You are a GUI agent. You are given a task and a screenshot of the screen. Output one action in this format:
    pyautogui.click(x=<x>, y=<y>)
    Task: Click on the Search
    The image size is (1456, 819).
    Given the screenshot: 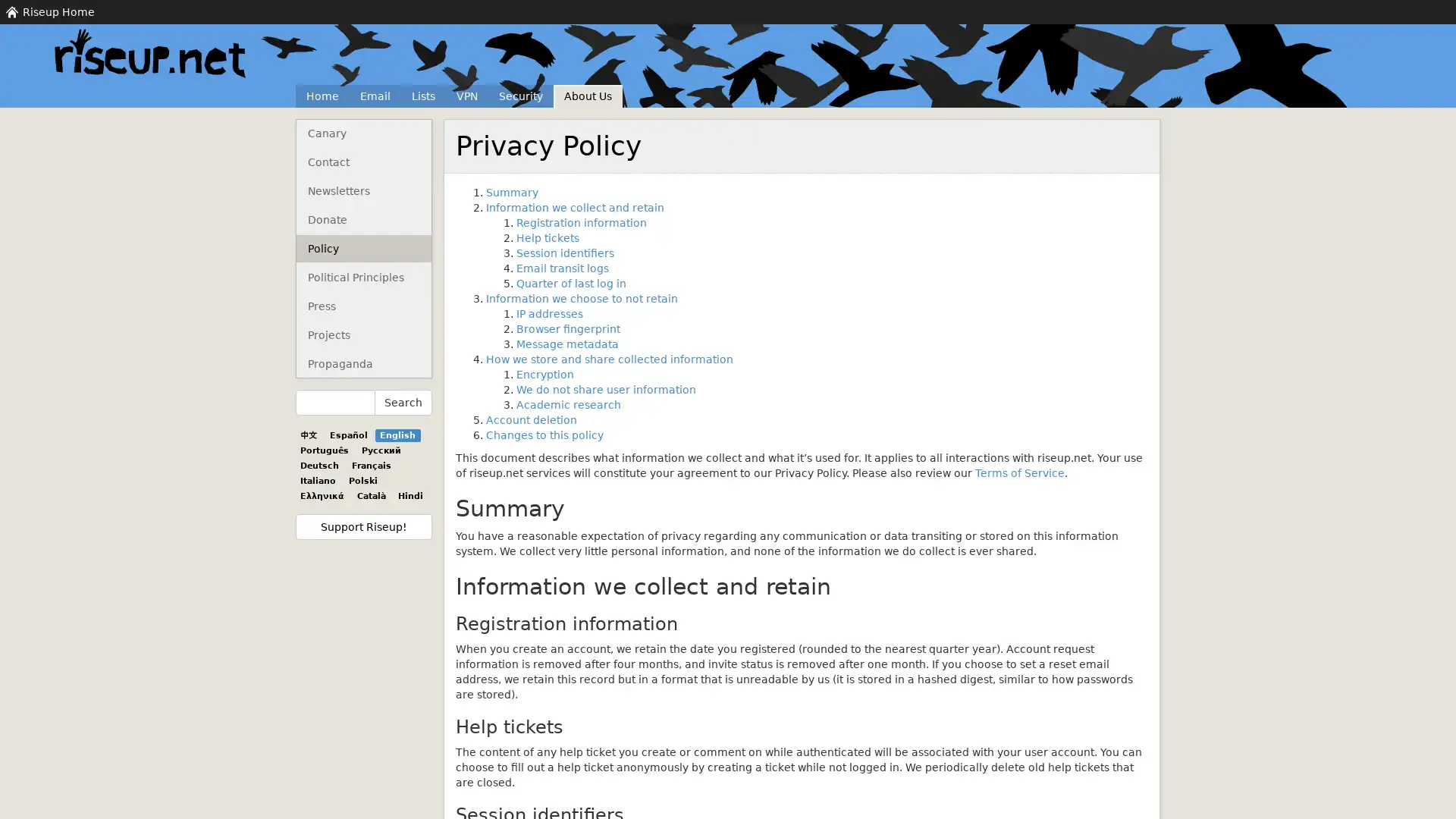 What is the action you would take?
    pyautogui.click(x=403, y=402)
    